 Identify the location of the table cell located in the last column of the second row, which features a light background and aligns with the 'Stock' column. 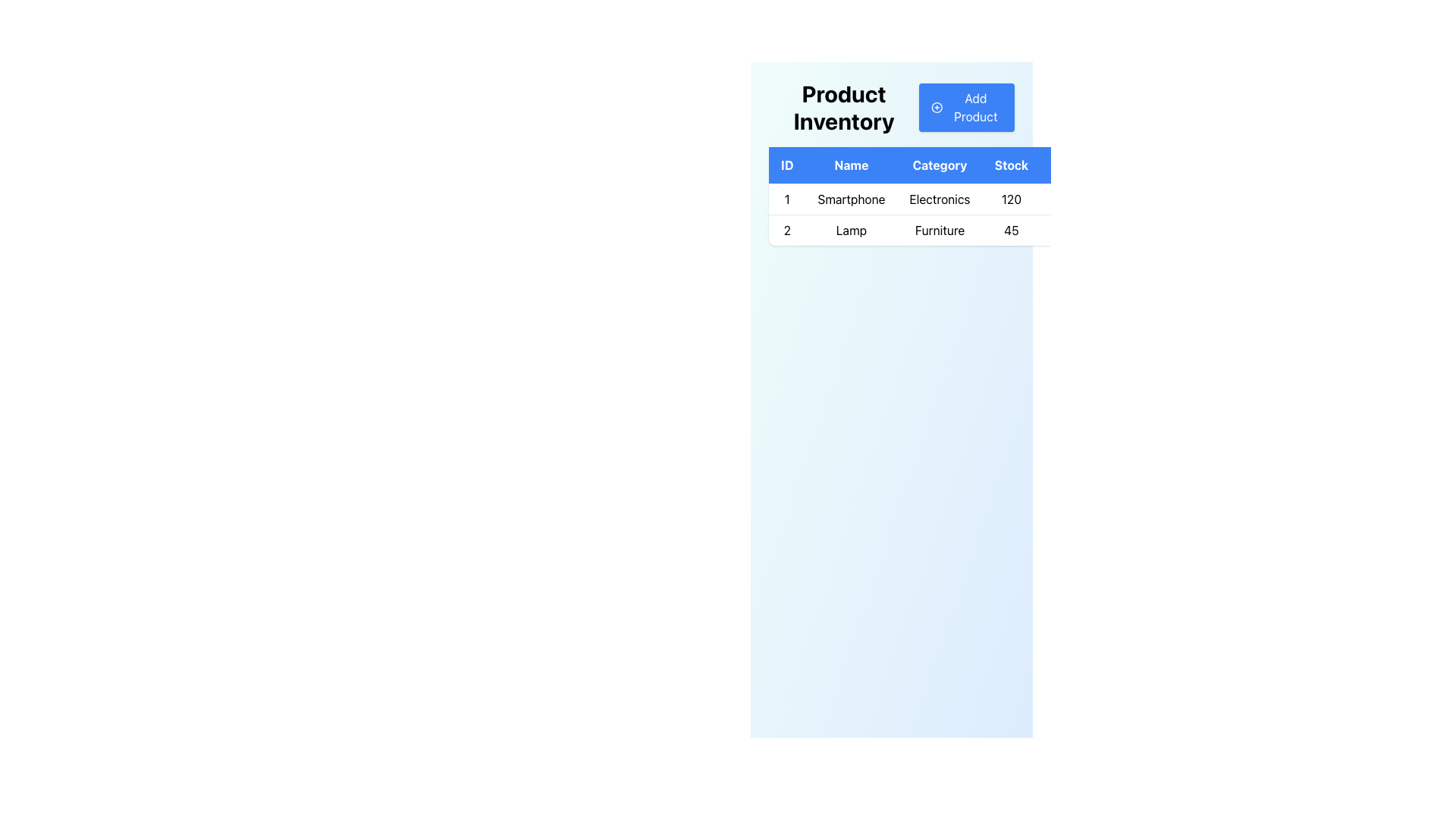
(1074, 230).